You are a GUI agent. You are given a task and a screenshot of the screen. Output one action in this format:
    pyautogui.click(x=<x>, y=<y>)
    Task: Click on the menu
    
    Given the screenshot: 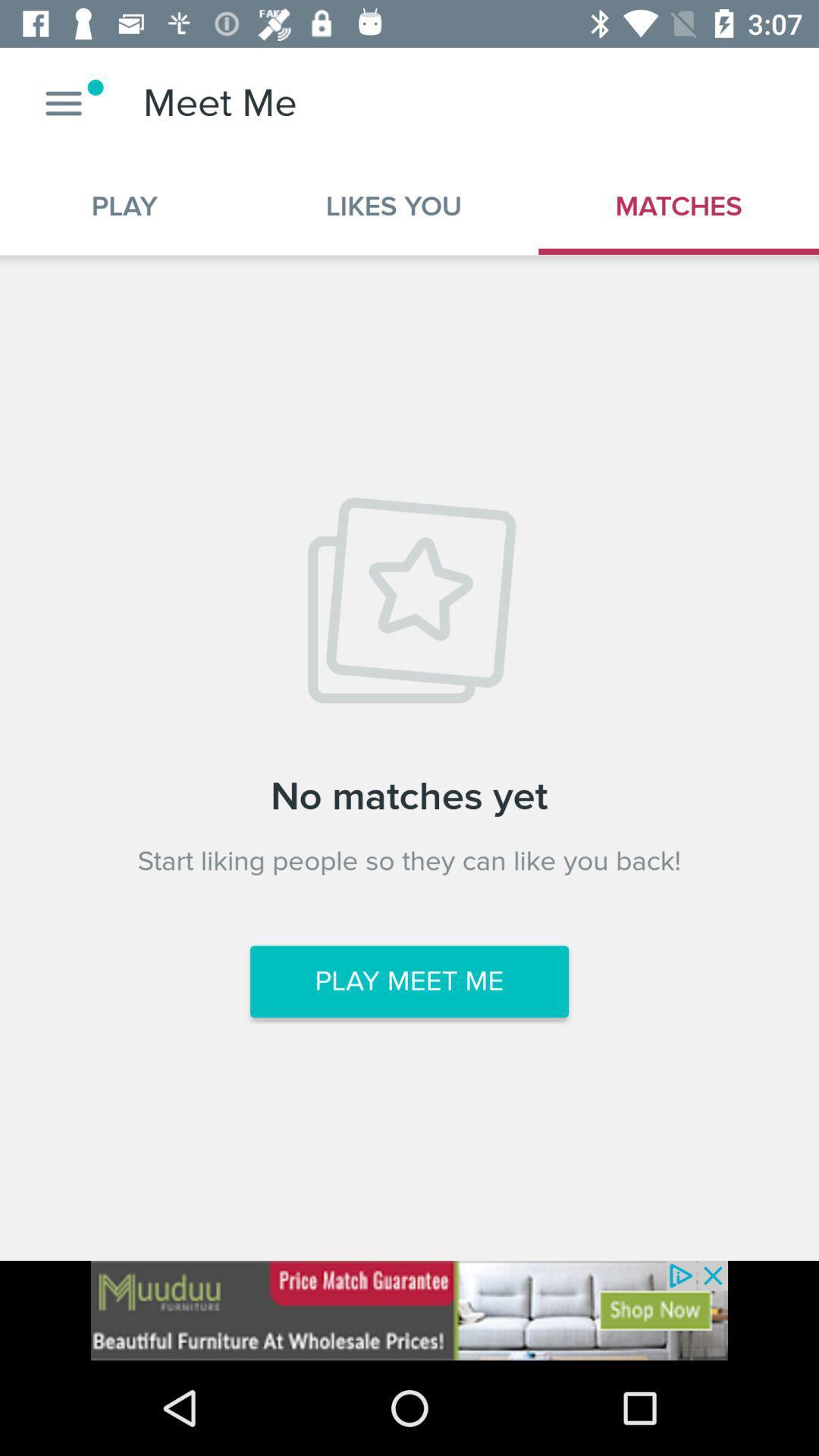 What is the action you would take?
    pyautogui.click(x=63, y=102)
    